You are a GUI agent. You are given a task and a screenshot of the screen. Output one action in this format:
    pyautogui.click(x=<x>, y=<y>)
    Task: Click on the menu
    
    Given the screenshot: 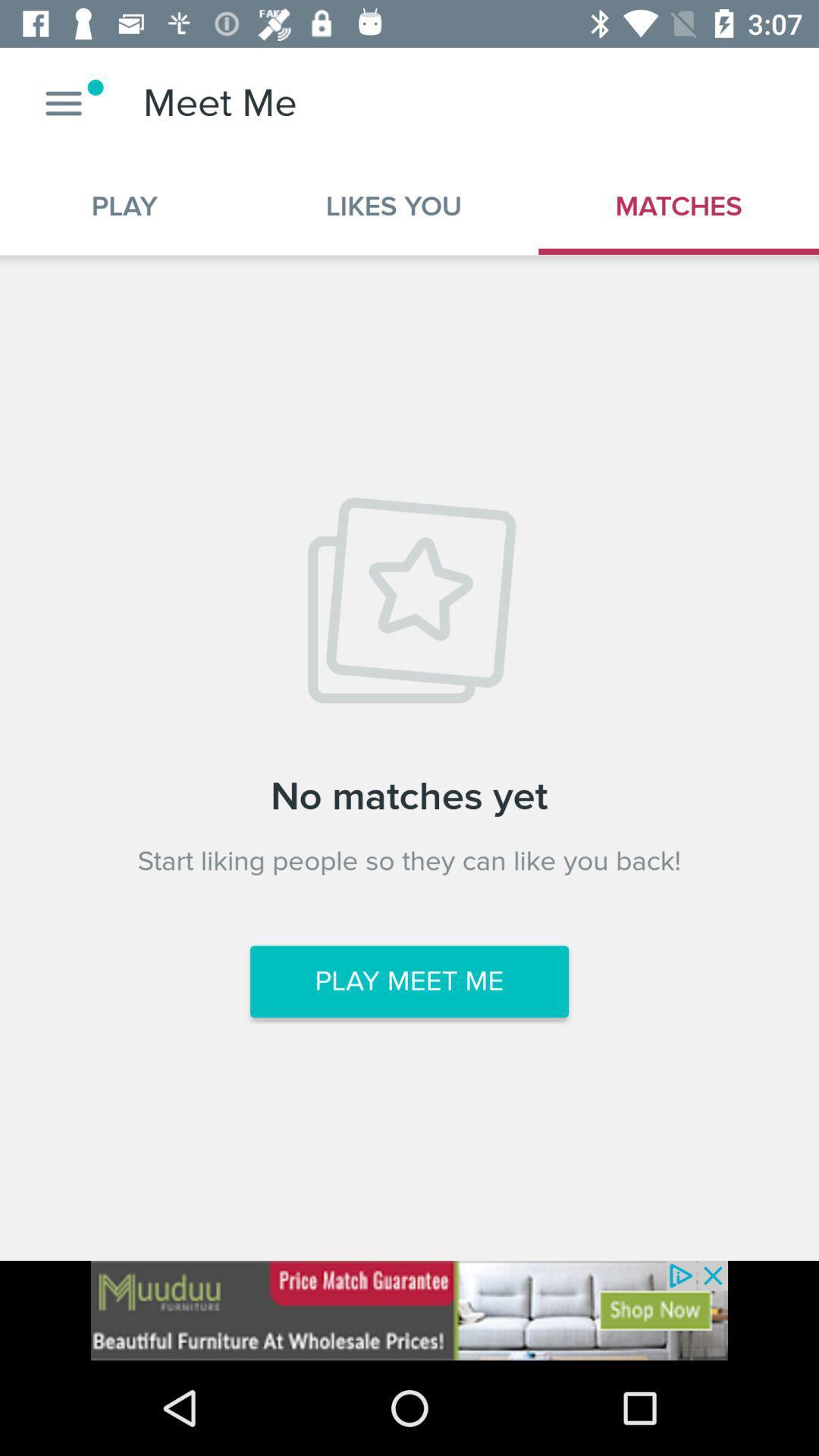 What is the action you would take?
    pyautogui.click(x=63, y=102)
    